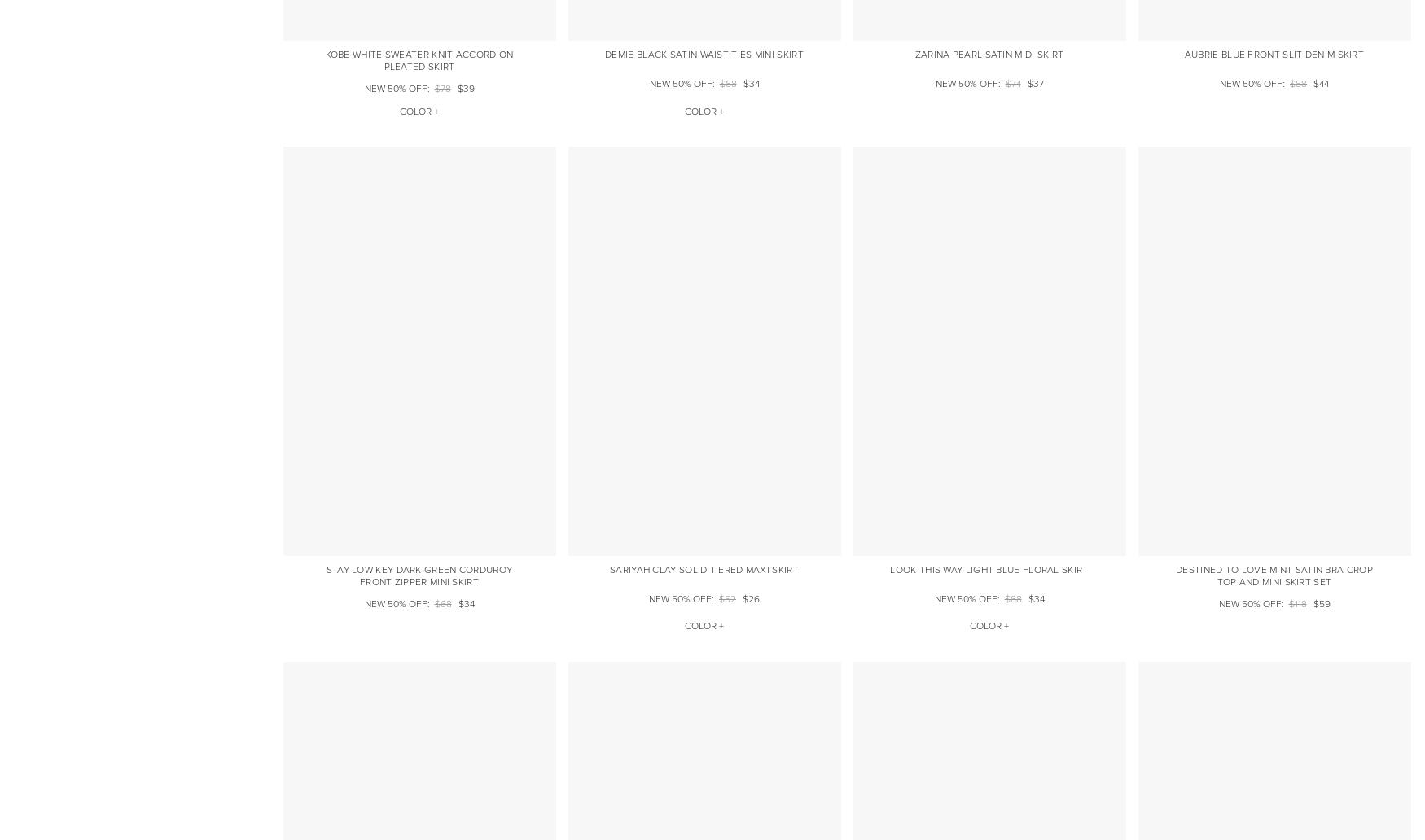  What do you see at coordinates (433, 89) in the screenshot?
I see `'$78'` at bounding box center [433, 89].